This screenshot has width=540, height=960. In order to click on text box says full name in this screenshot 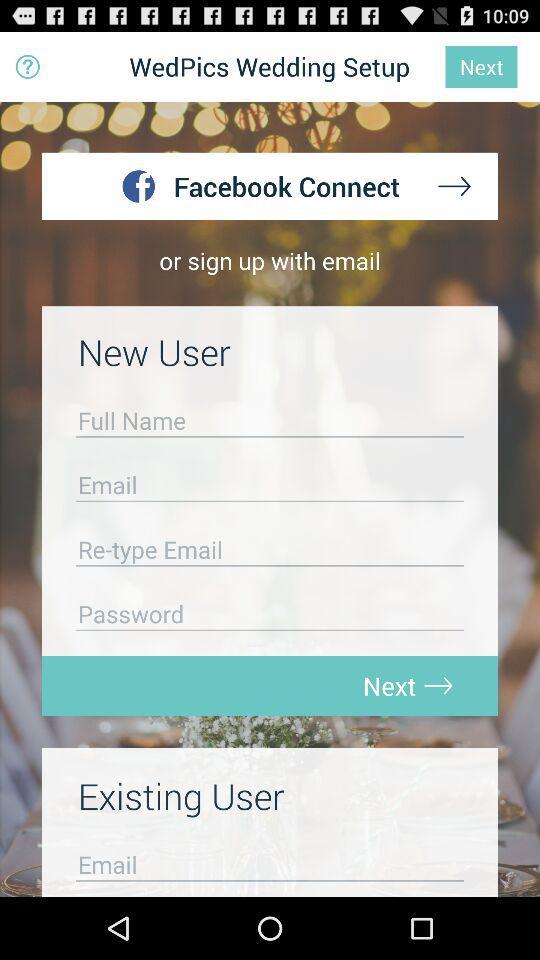, I will do `click(270, 425)`.